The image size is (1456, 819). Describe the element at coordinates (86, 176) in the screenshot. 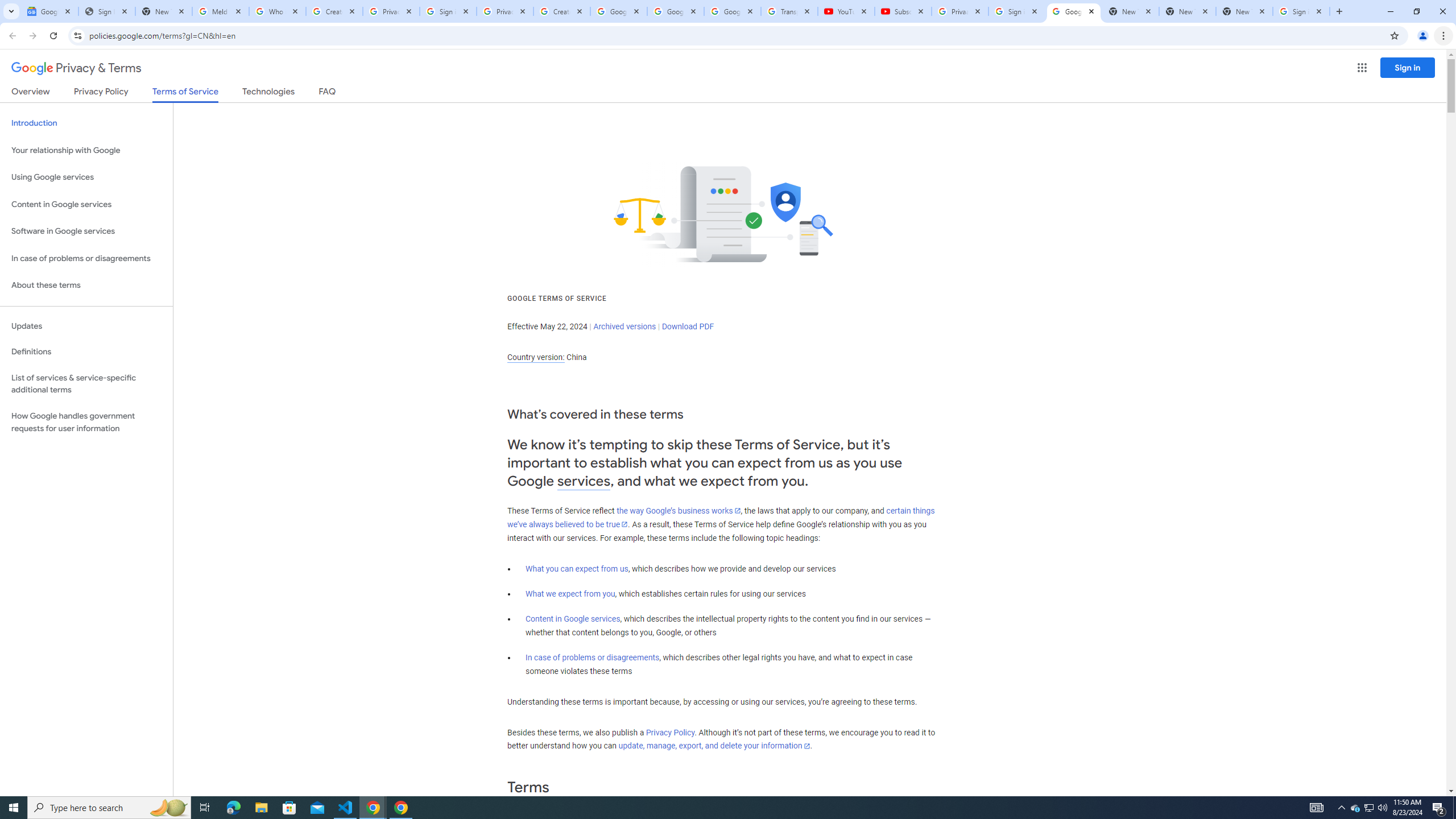

I see `'Using Google services'` at that location.